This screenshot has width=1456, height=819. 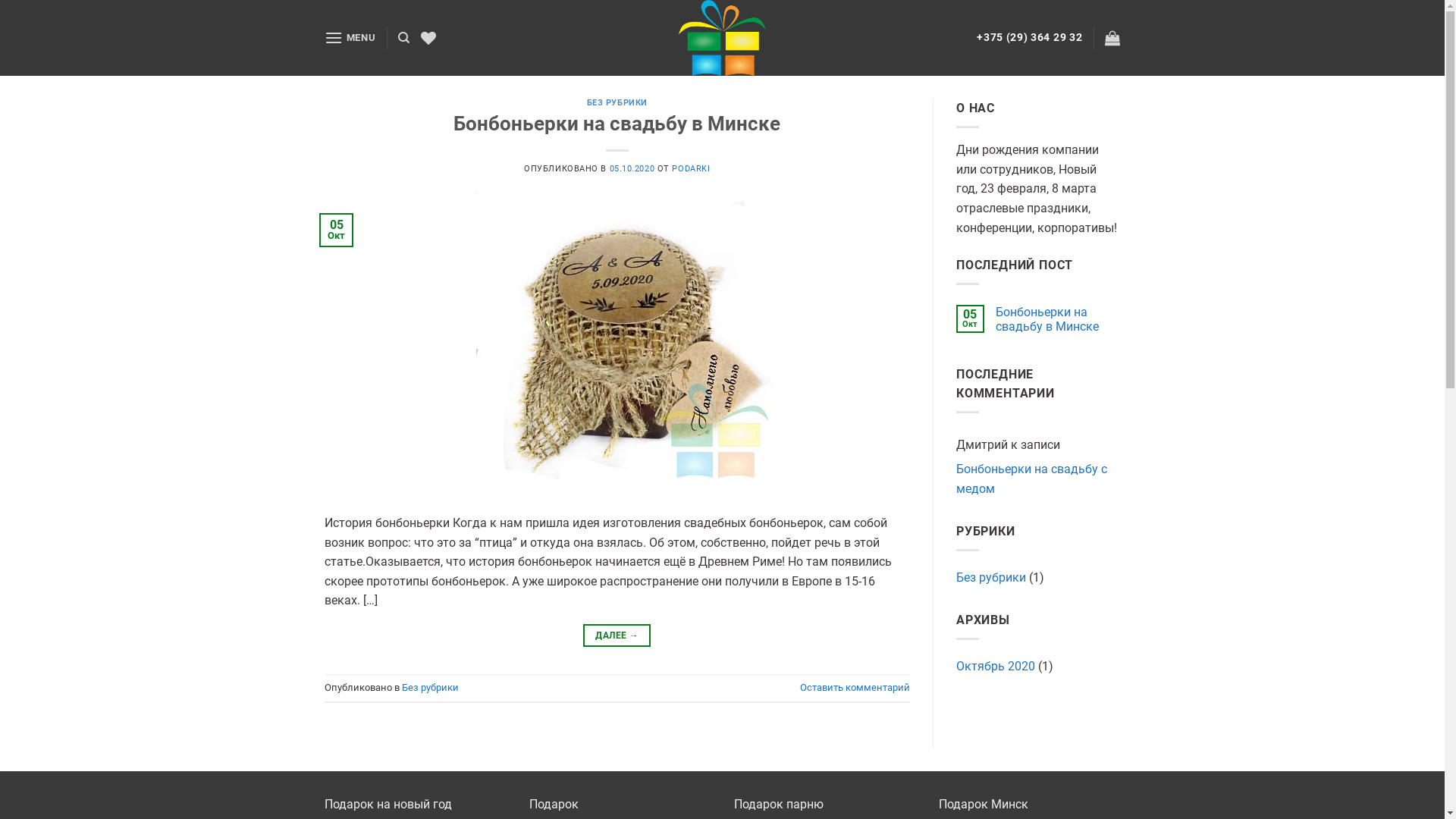 What do you see at coordinates (720, 37) in the screenshot?
I see `'podarki-gifts.by - podarki-gifts.by'` at bounding box center [720, 37].